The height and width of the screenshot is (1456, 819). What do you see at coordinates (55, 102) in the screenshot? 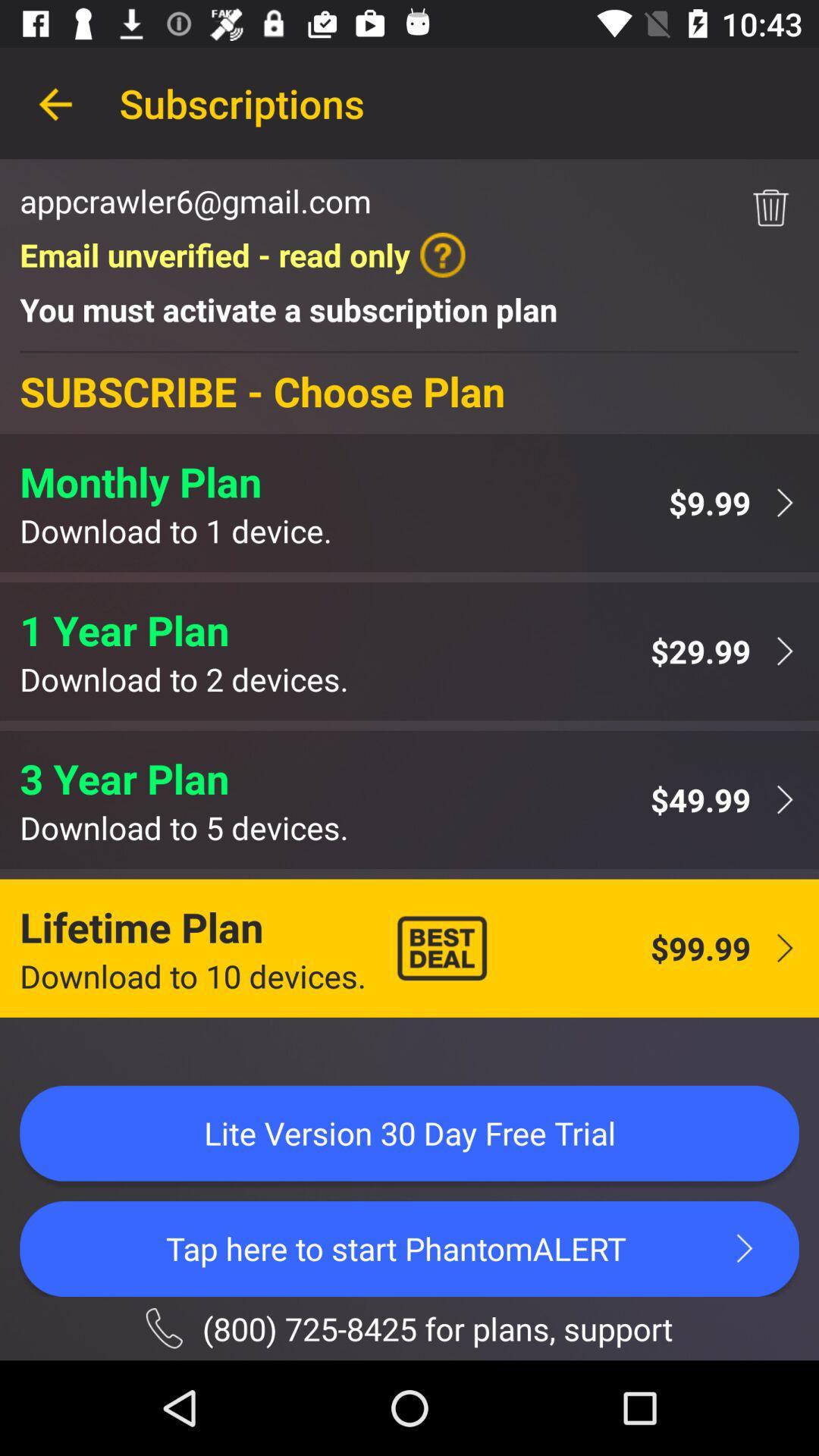
I see `item to the left of the subscriptions item` at bounding box center [55, 102].